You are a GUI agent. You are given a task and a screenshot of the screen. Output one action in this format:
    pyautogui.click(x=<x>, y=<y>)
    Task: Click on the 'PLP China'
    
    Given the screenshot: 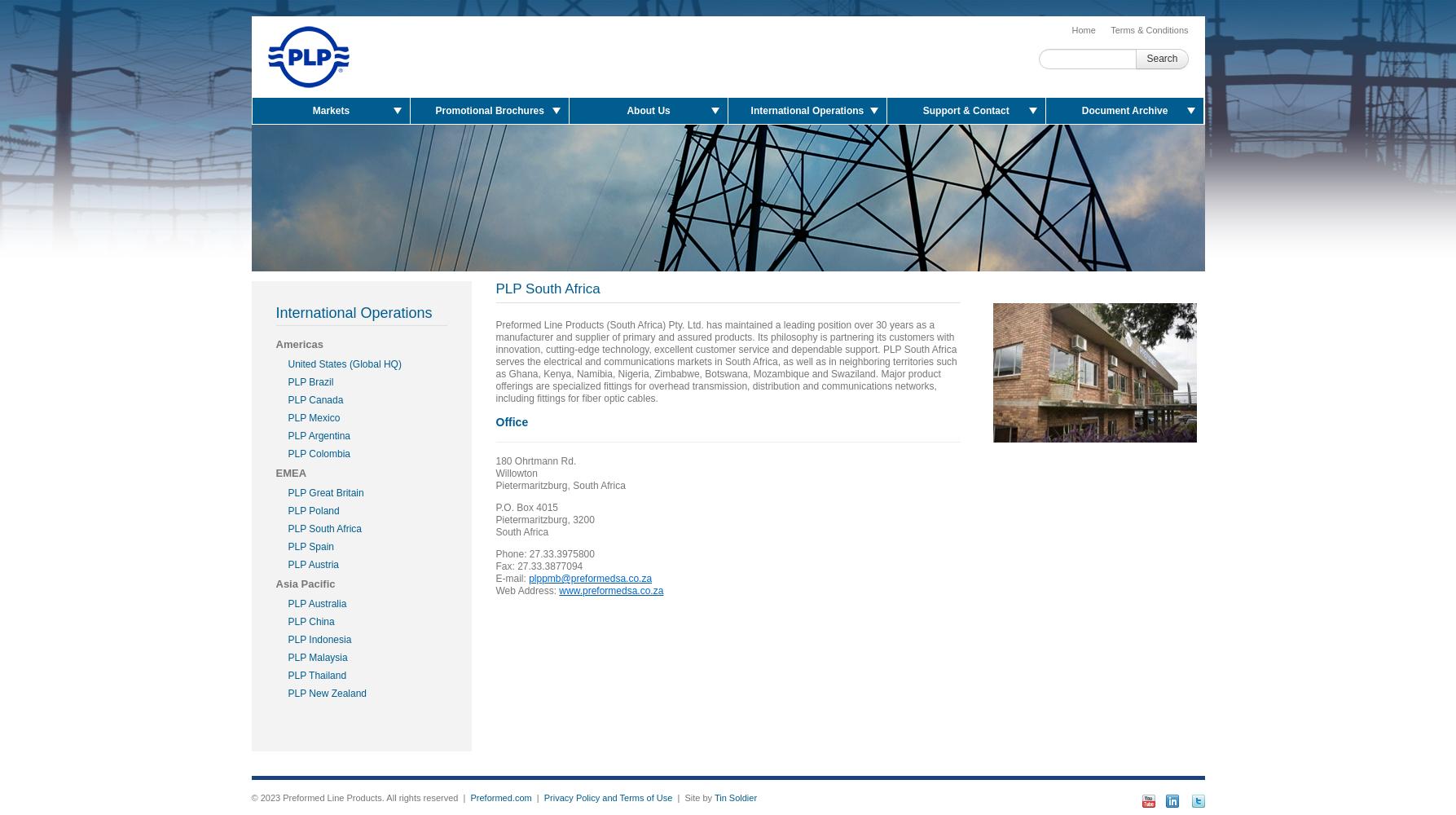 What is the action you would take?
    pyautogui.click(x=310, y=622)
    